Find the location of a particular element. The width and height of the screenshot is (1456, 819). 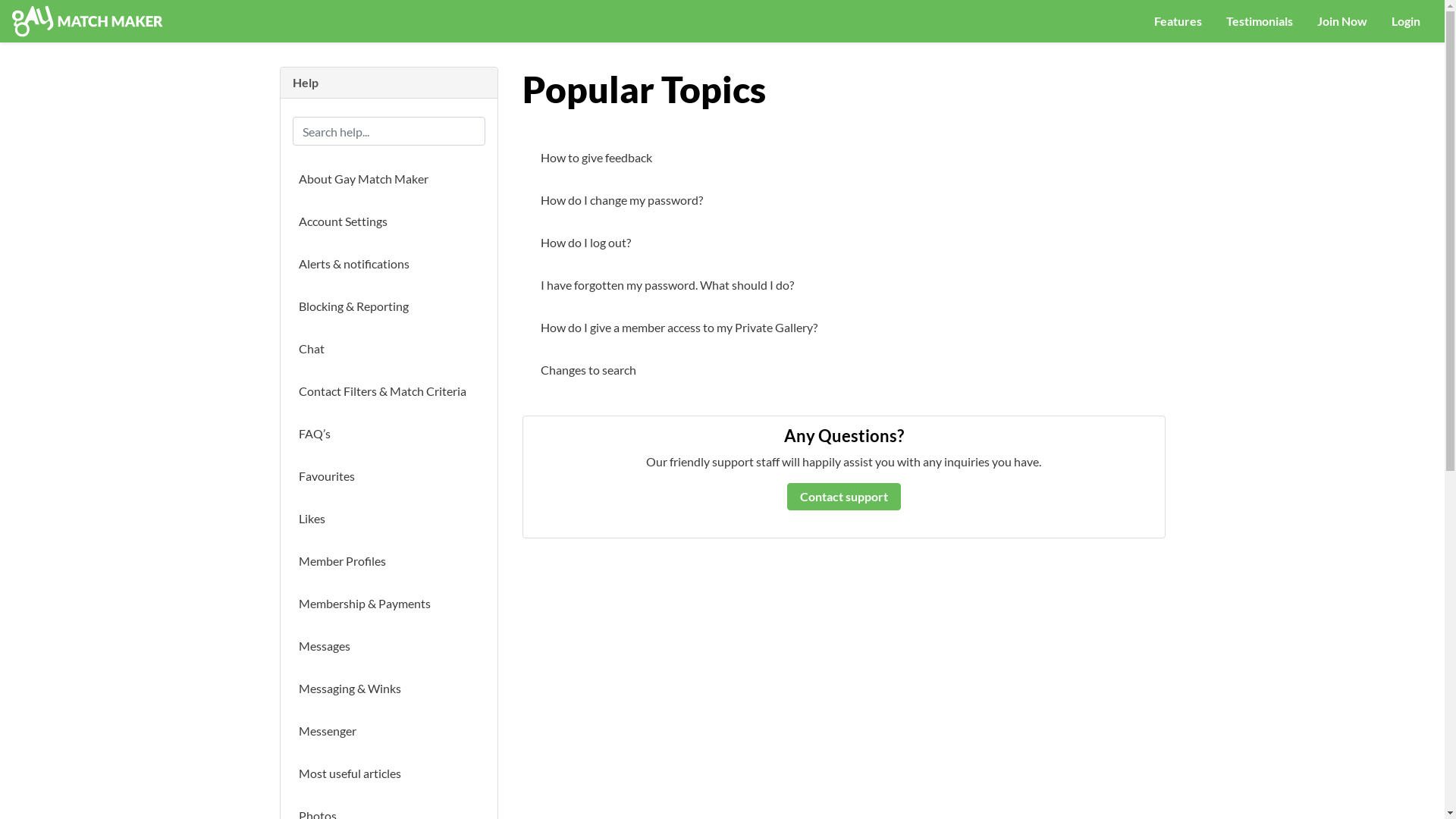

'Chat' is located at coordinates (292, 348).